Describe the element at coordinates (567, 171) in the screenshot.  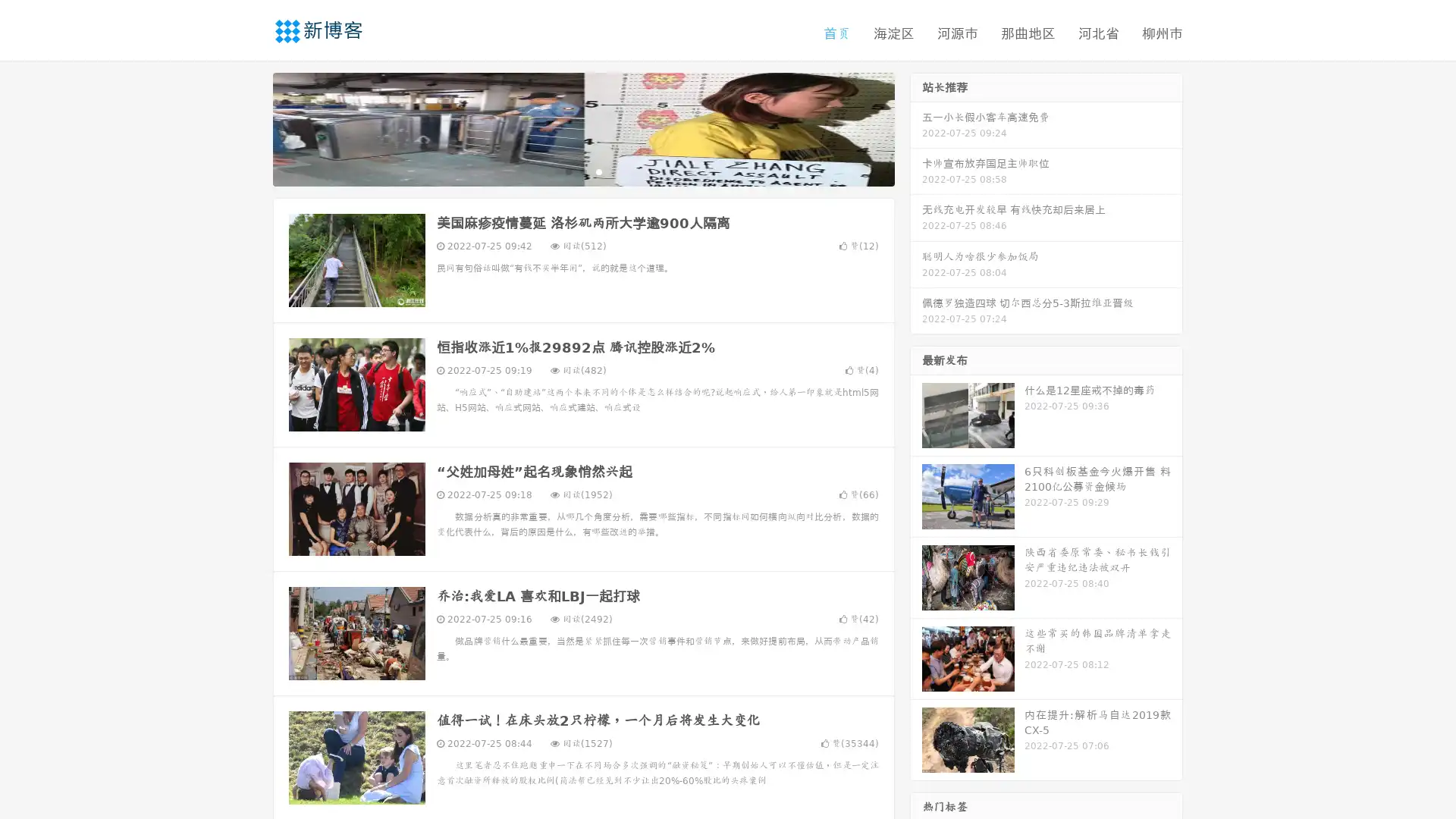
I see `Go to slide 1` at that location.